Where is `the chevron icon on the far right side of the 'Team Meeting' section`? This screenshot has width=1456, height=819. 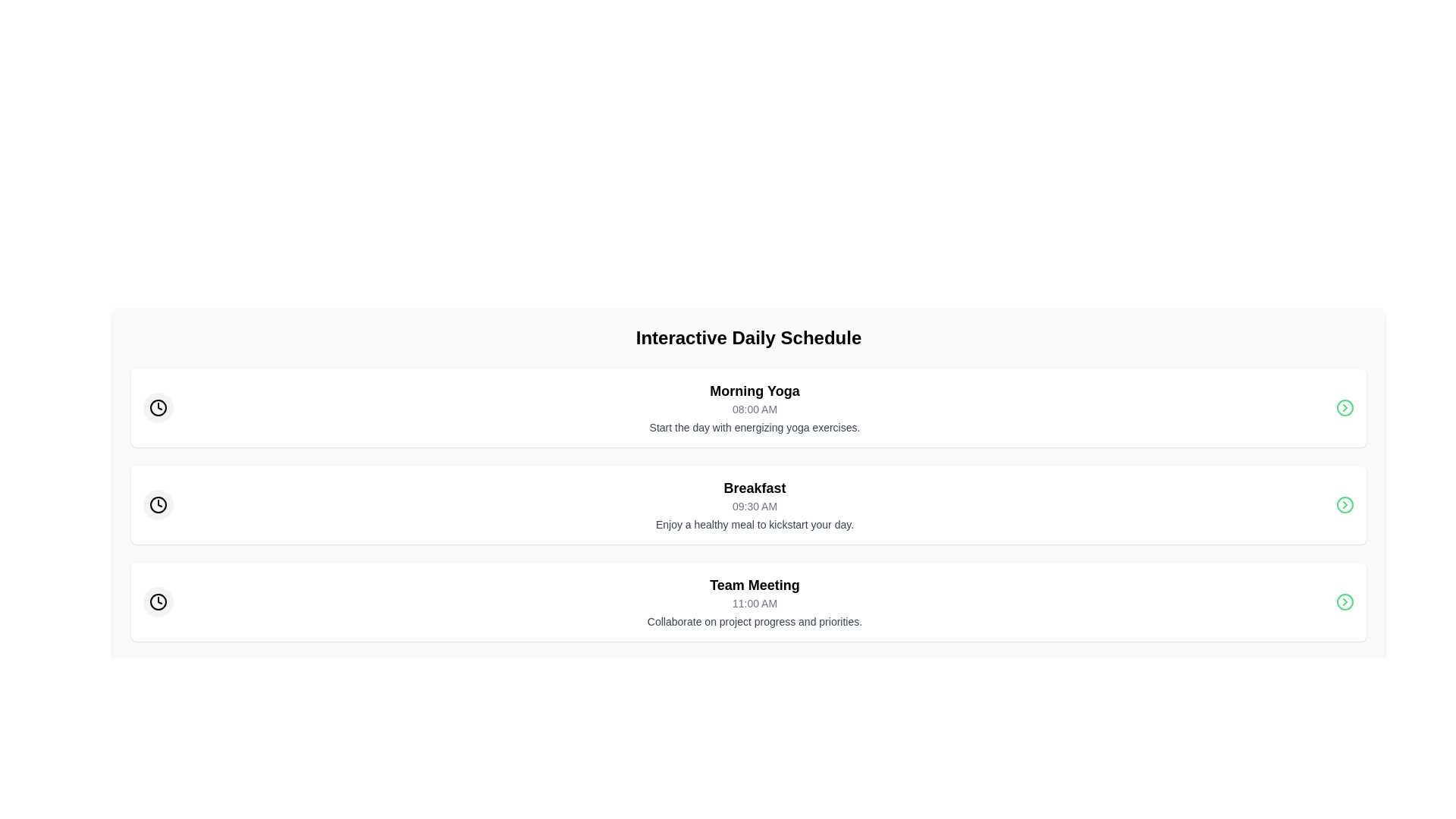 the chevron icon on the far right side of the 'Team Meeting' section is located at coordinates (1345, 601).